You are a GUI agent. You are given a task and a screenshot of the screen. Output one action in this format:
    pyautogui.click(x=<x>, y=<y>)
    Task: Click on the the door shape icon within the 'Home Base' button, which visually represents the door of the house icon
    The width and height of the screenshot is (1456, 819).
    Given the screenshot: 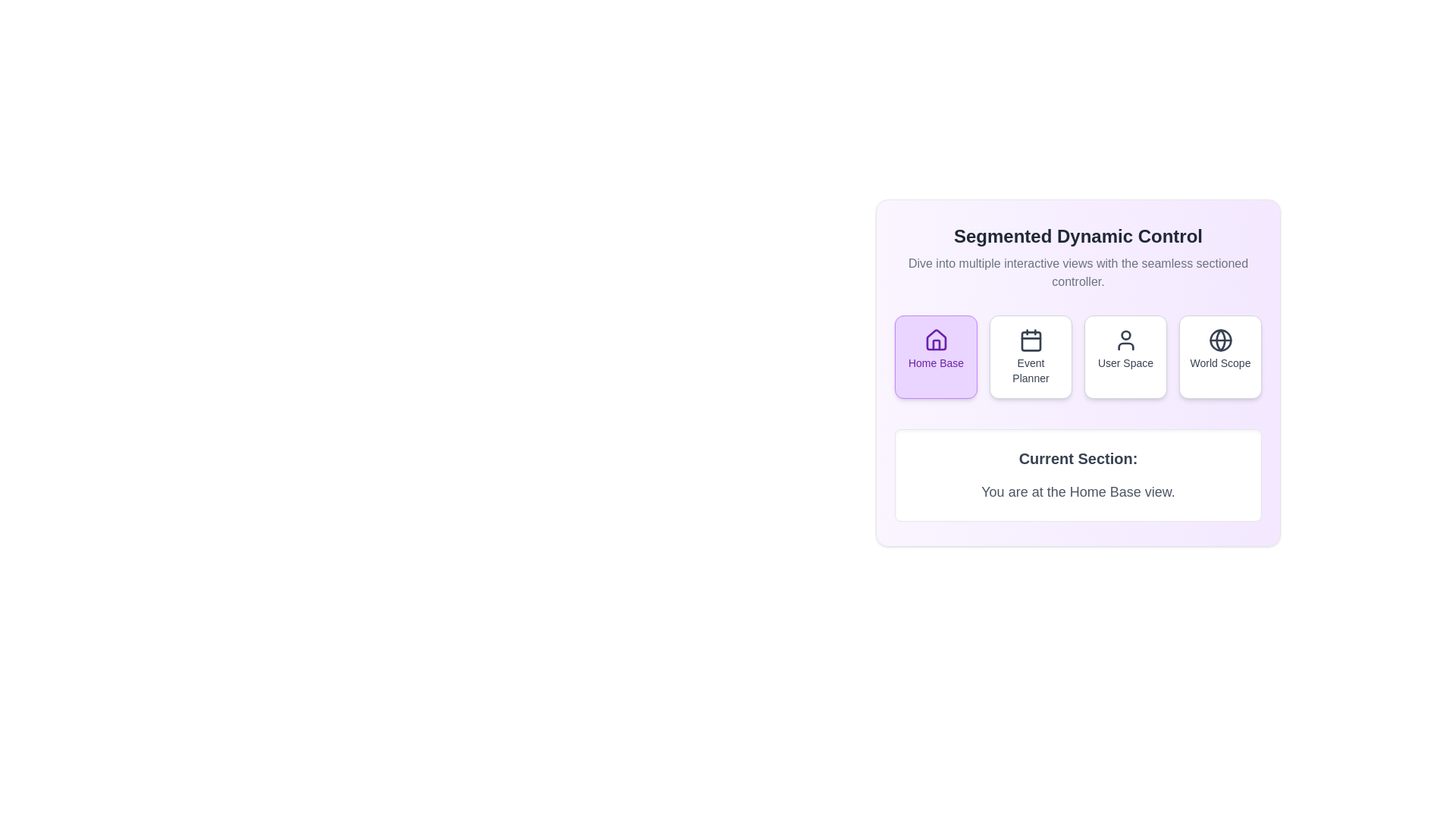 What is the action you would take?
    pyautogui.click(x=935, y=345)
    